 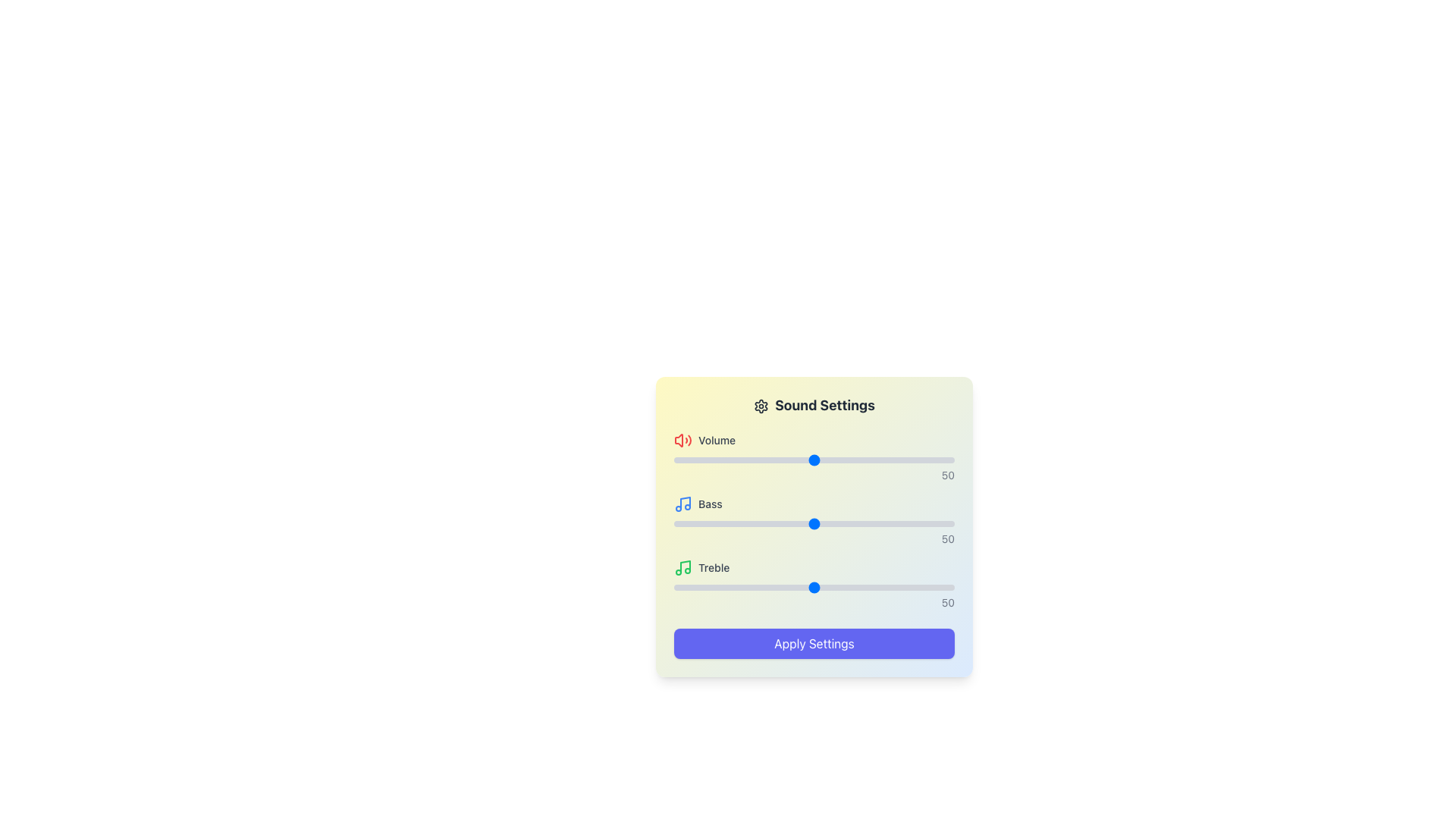 What do you see at coordinates (909, 587) in the screenshot?
I see `treble` at bounding box center [909, 587].